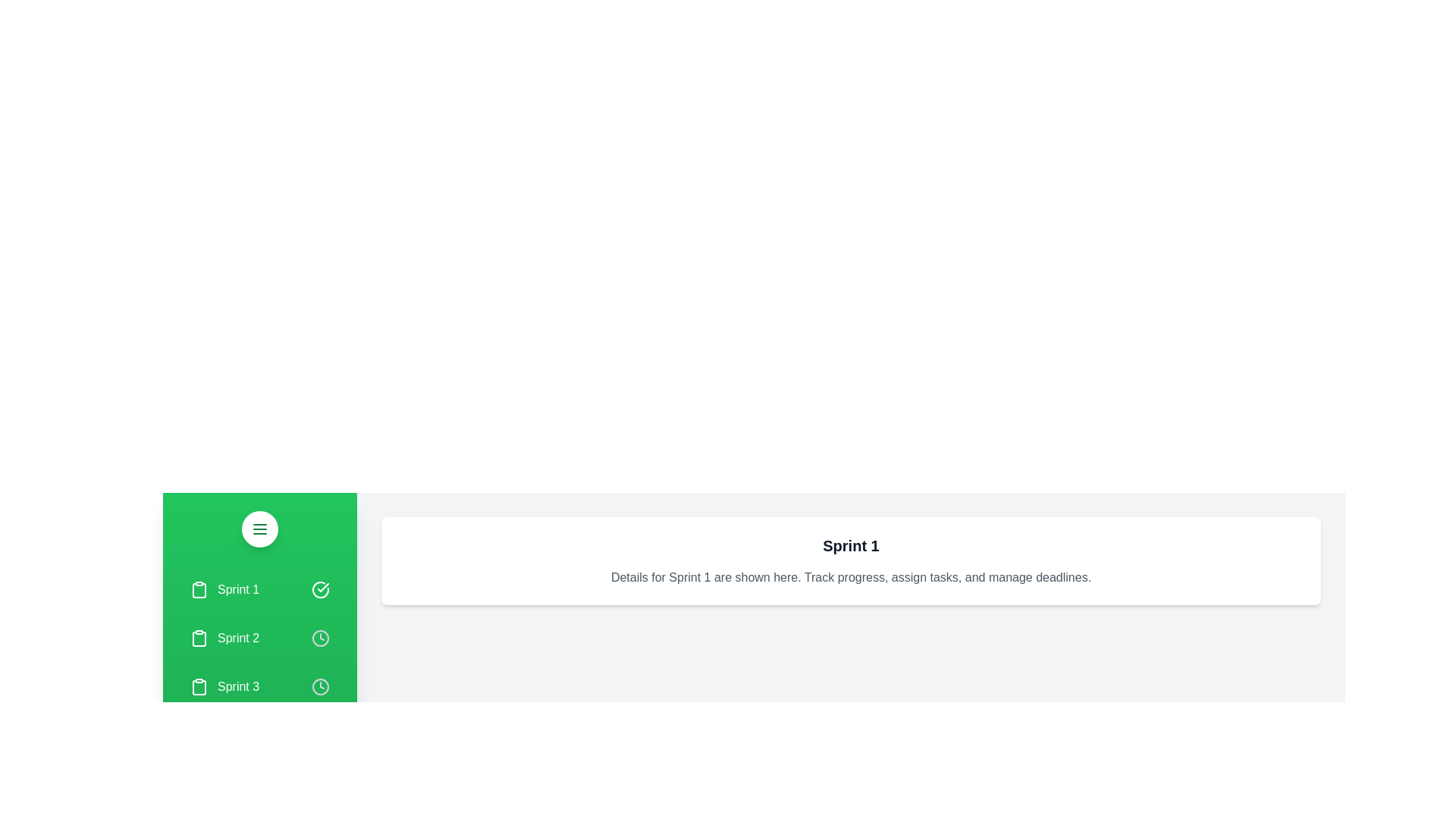 This screenshot has width=1456, height=819. I want to click on the icon associated with Sprint 1 to interact with it, so click(319, 589).